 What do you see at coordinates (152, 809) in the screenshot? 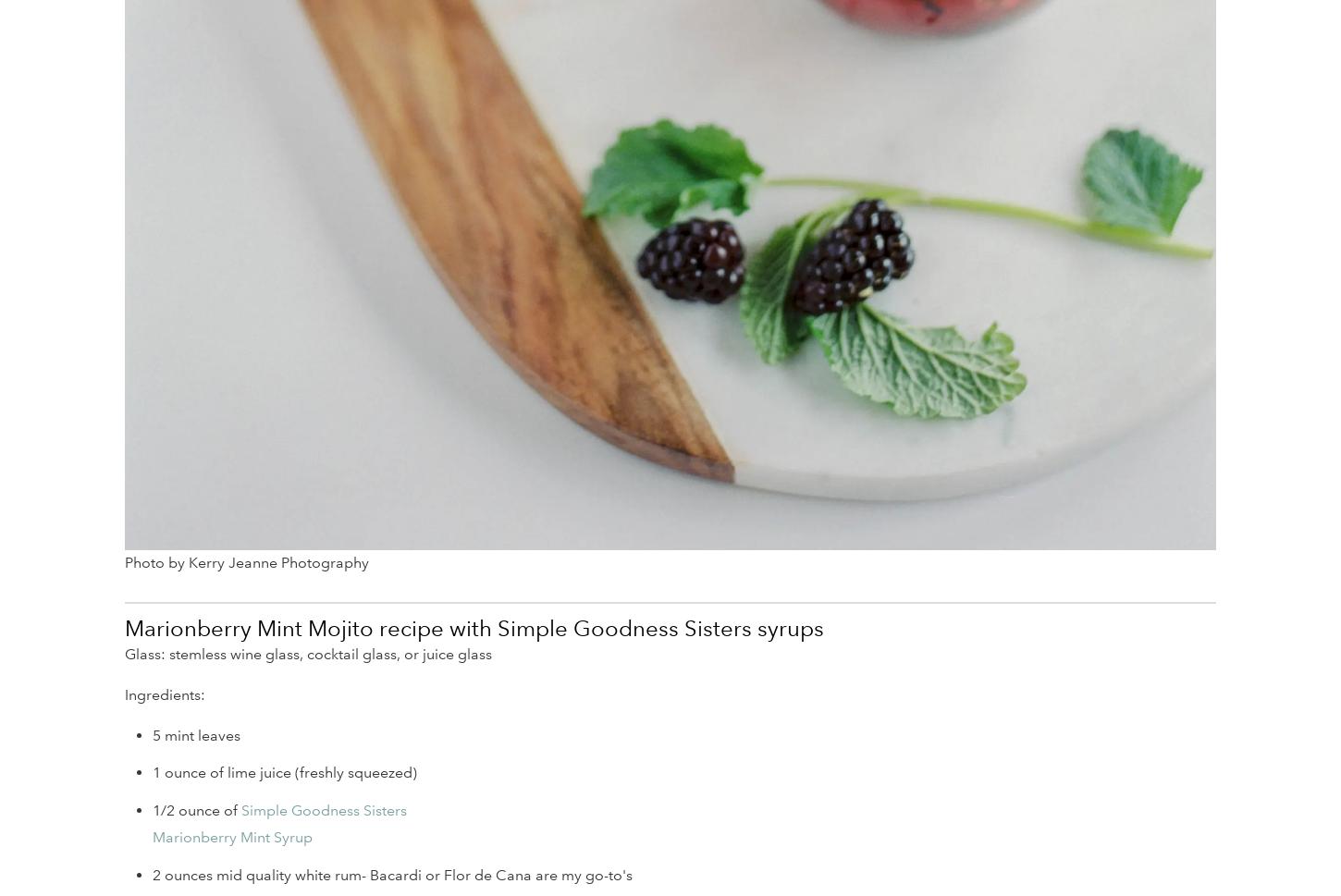
I see `'1/2 ounce of'` at bounding box center [152, 809].